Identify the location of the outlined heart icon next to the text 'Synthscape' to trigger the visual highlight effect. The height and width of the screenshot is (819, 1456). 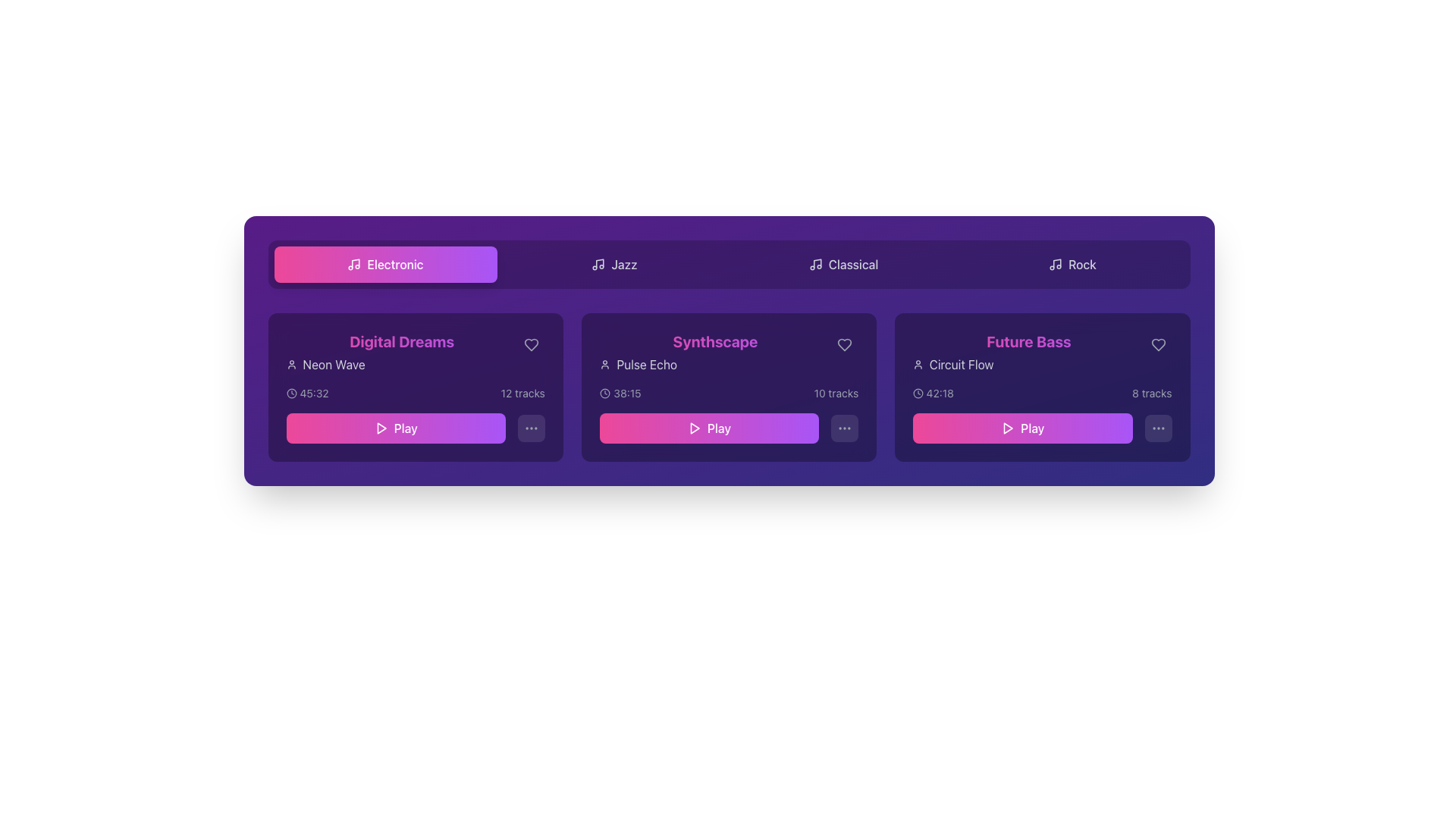
(844, 345).